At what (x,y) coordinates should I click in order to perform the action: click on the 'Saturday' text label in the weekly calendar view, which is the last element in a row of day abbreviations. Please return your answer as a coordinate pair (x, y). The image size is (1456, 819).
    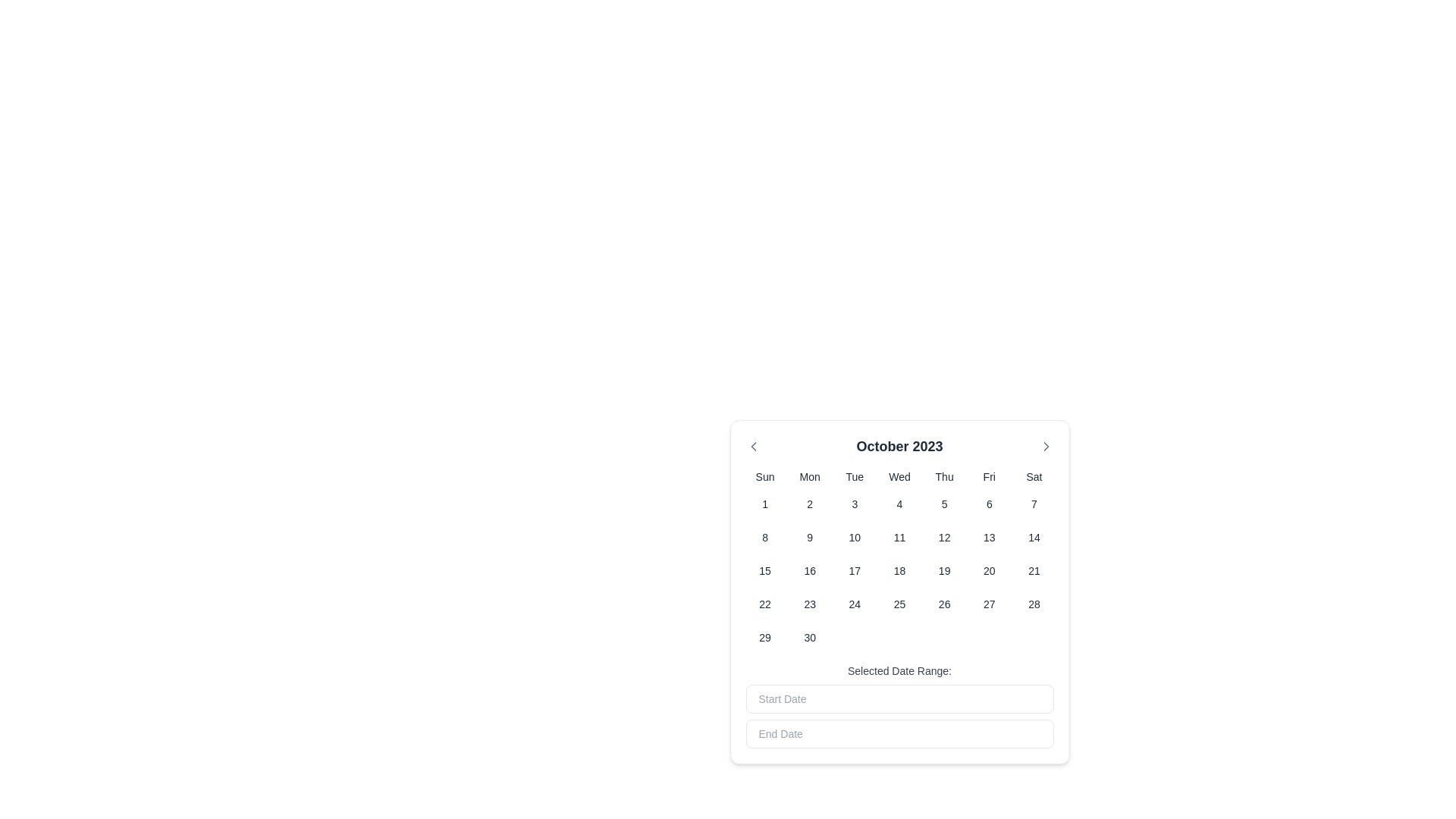
    Looking at the image, I should click on (1033, 475).